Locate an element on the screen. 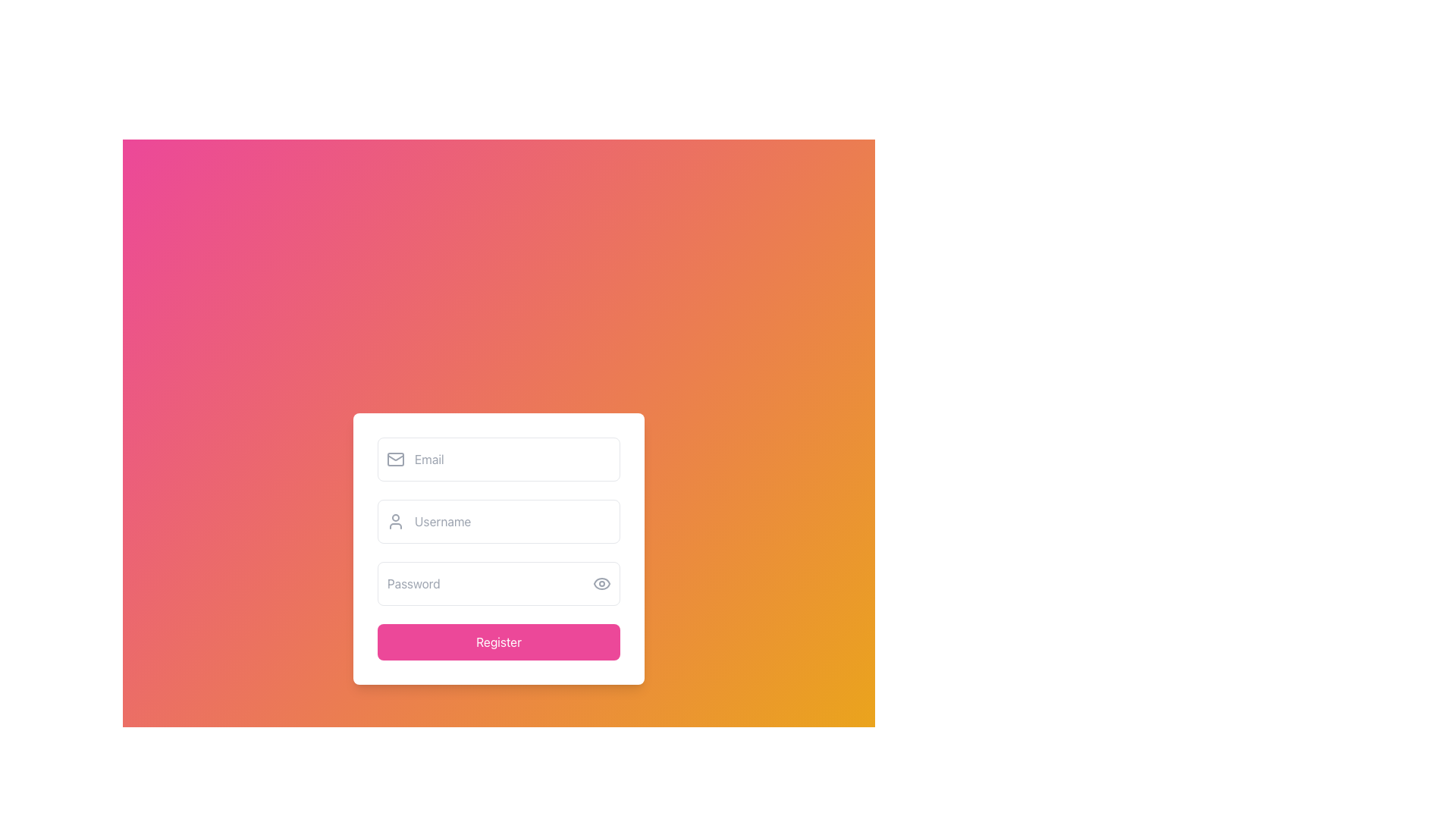 The width and height of the screenshot is (1456, 819). the mail icon within the 'Email' form field, which serves as a decorative or functional part of the email indication is located at coordinates (396, 458).